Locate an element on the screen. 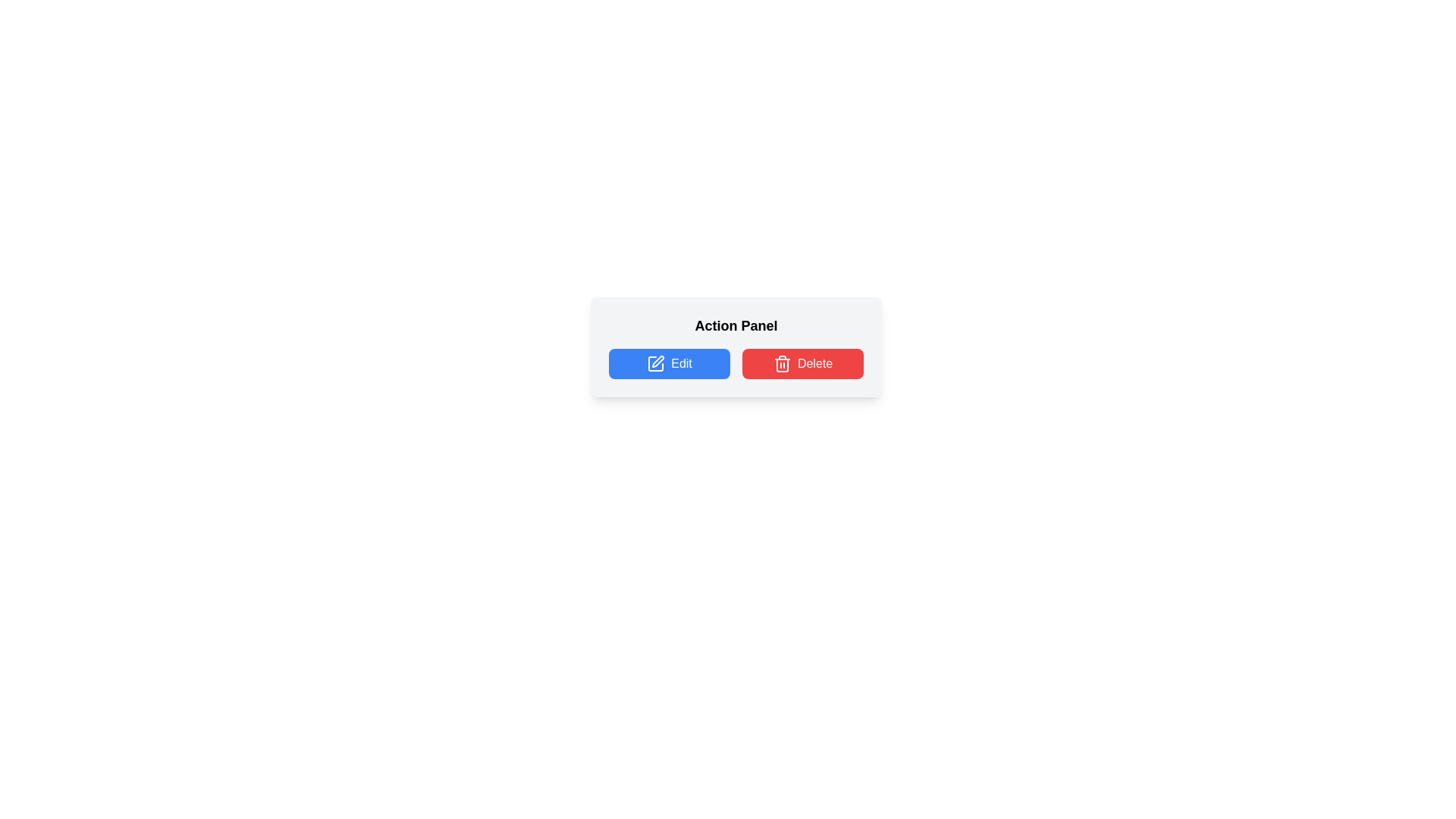 The height and width of the screenshot is (819, 1456). the edit icon, which resembles a pencil and rectangle, located within the blue 'Edit' button is located at coordinates (655, 363).